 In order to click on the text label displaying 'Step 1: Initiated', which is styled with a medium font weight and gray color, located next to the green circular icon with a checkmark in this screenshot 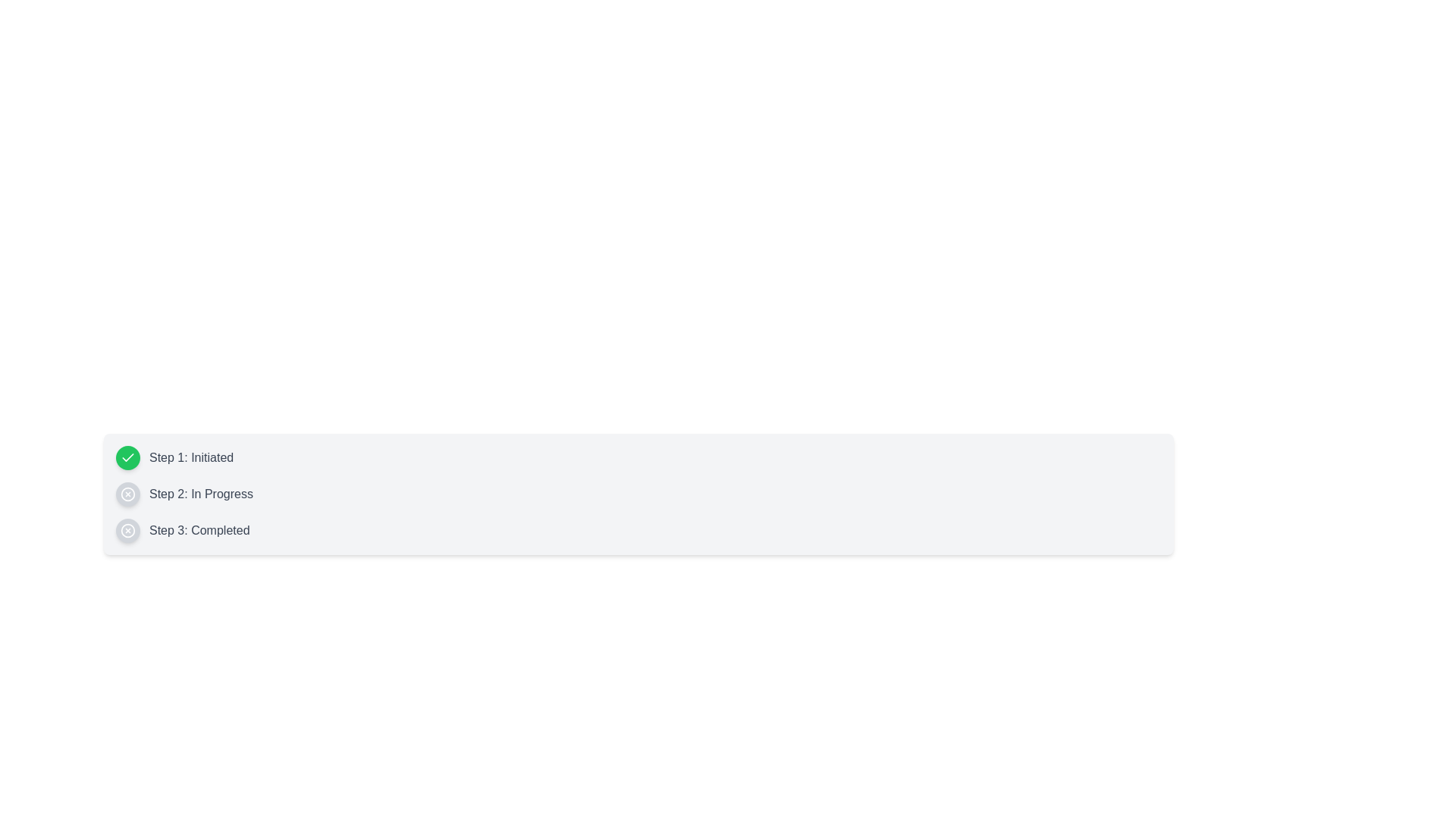, I will do `click(190, 457)`.